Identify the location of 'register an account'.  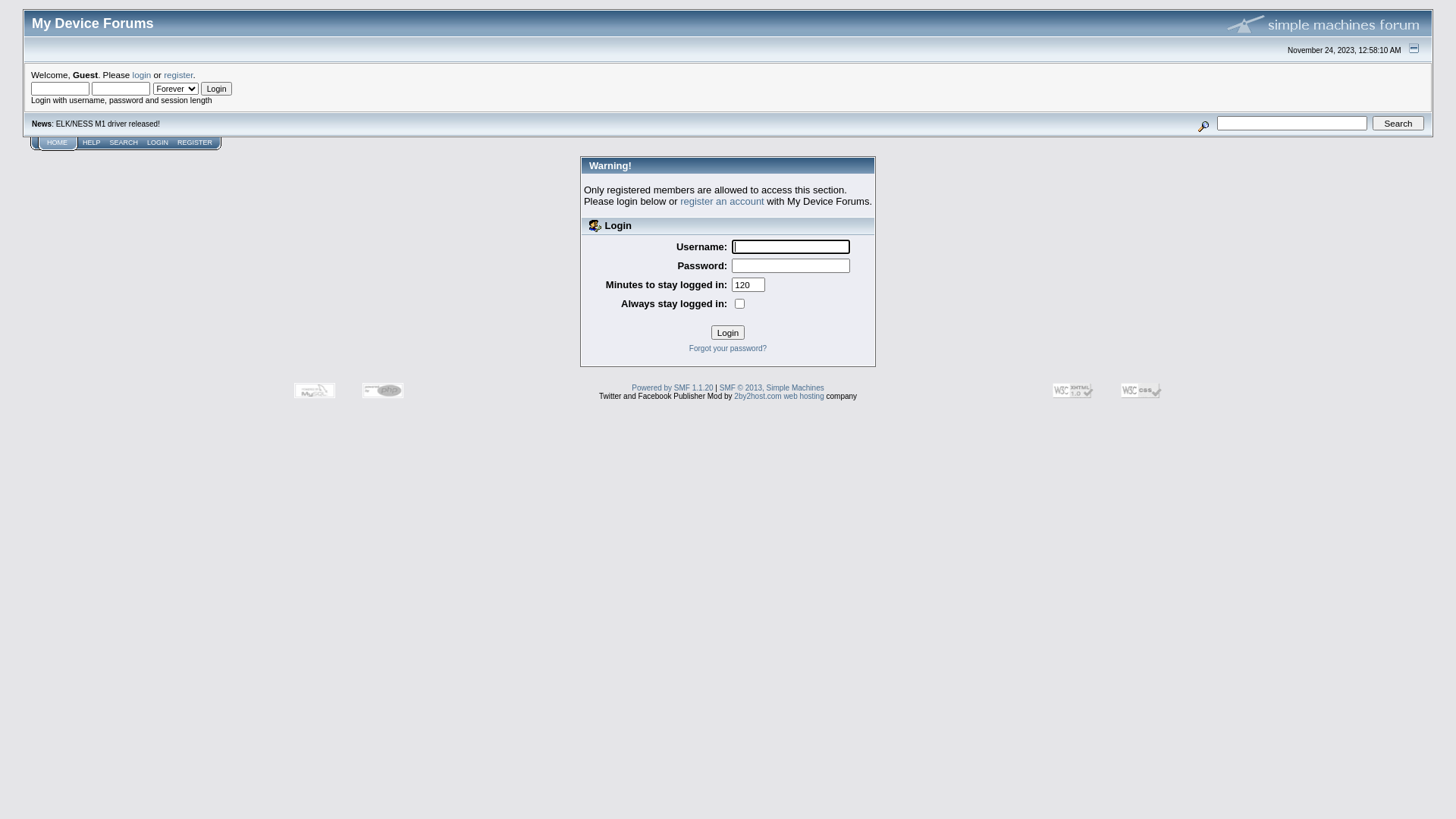
(679, 200).